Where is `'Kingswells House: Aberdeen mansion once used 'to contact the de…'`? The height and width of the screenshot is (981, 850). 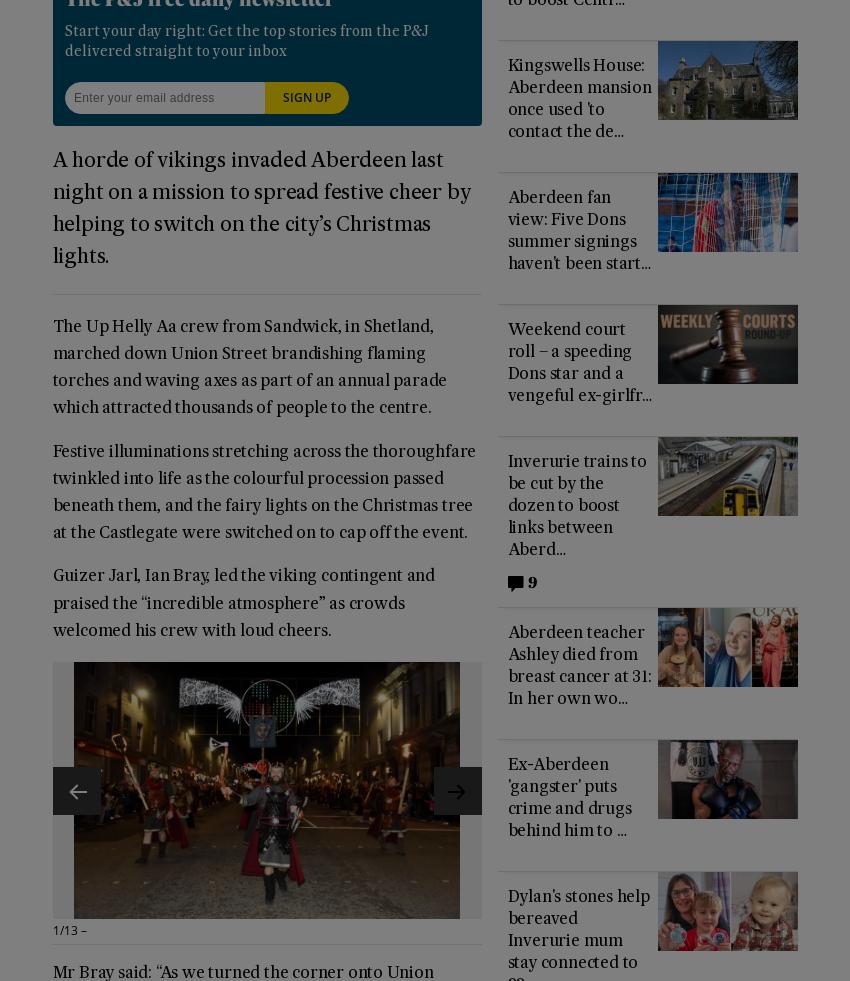
'Kingswells House: Aberdeen mansion once used 'to contact the de…' is located at coordinates (579, 98).